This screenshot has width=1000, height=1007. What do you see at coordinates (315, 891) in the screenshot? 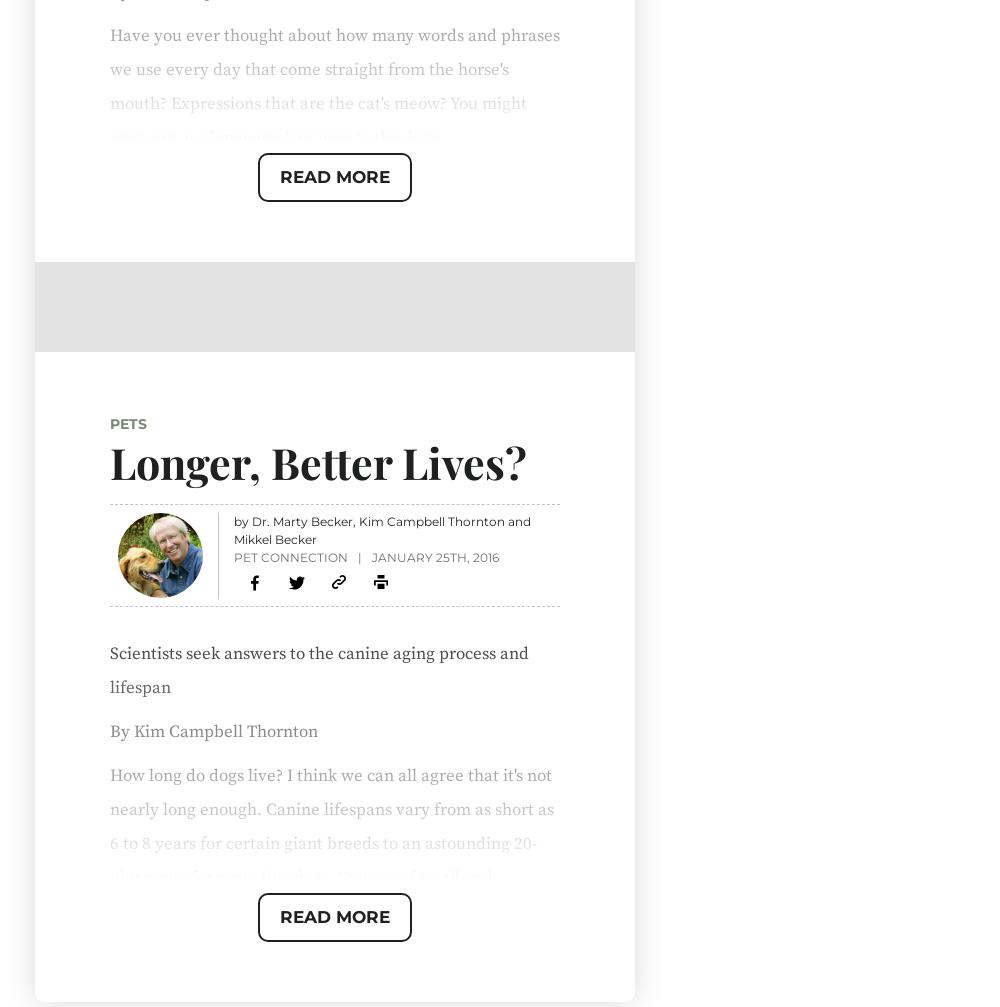
I see `'Dog-lovers have their own distinctive description, also deriving from ancient Greek. They are cynophilists, or cynophiles.'` at bounding box center [315, 891].